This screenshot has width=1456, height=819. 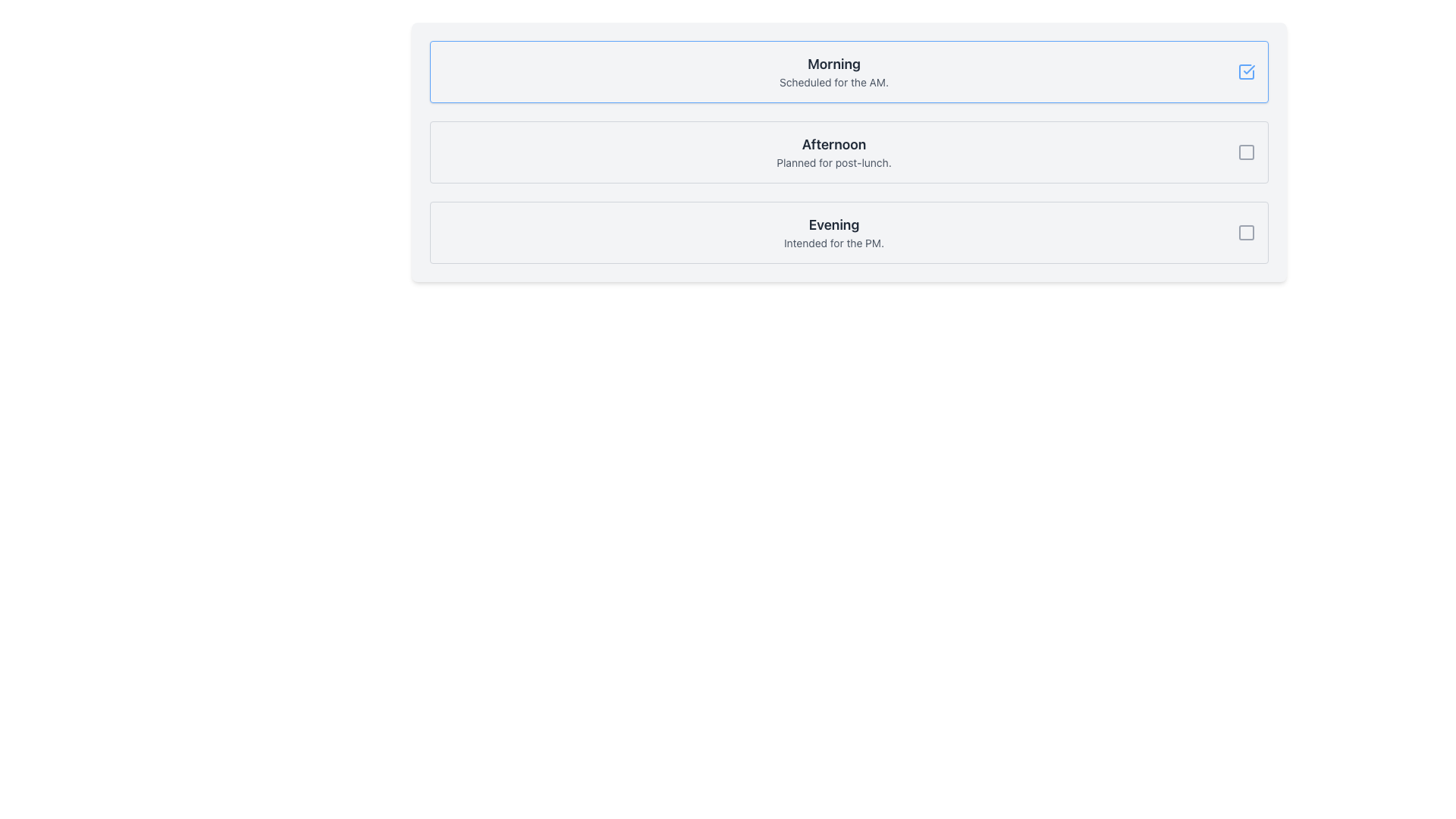 I want to click on the text block displaying 'Afternoon' with the description 'Planned for post-lunch', so click(x=833, y=152).